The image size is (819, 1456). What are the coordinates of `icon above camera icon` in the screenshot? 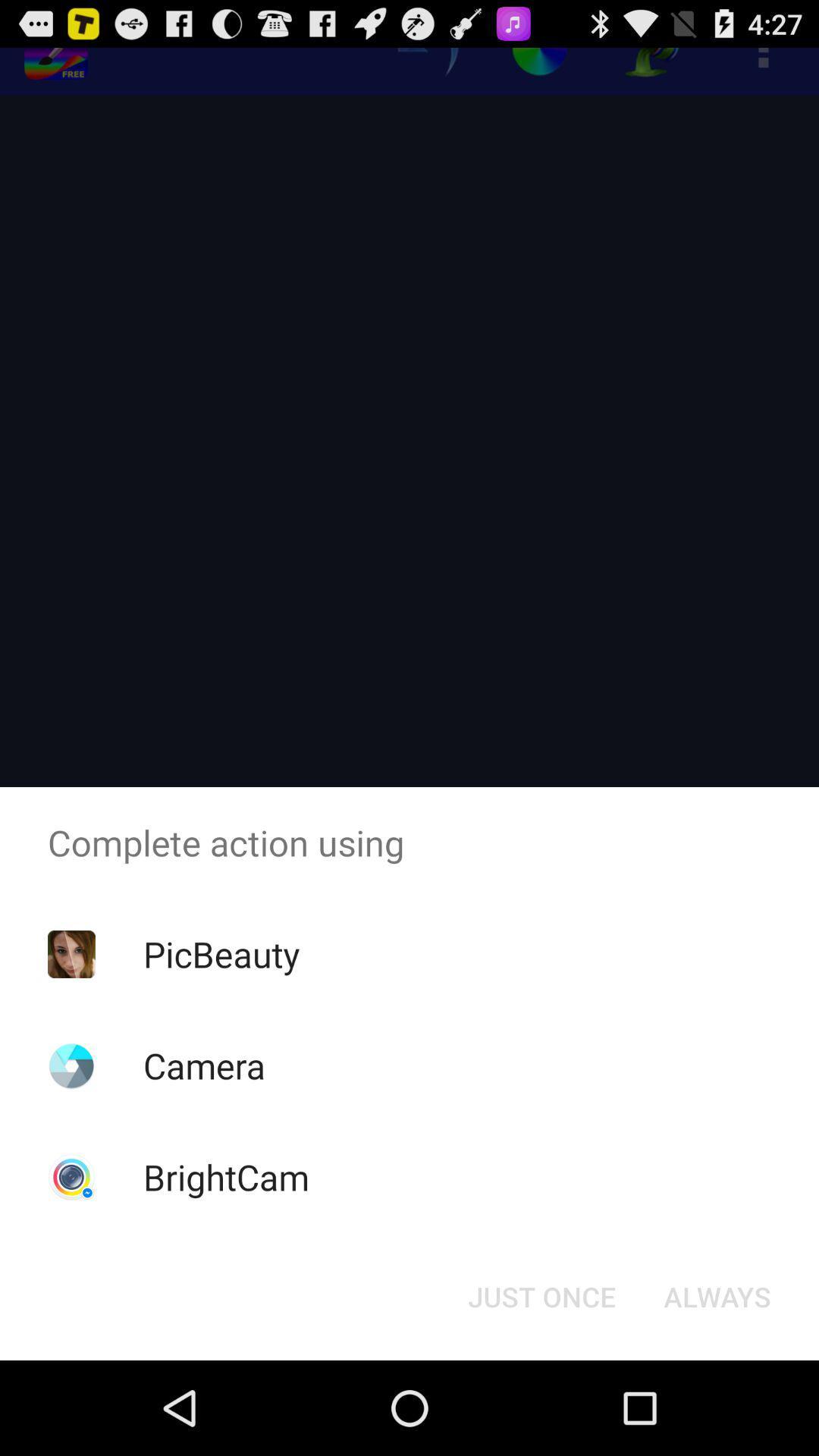 It's located at (221, 953).